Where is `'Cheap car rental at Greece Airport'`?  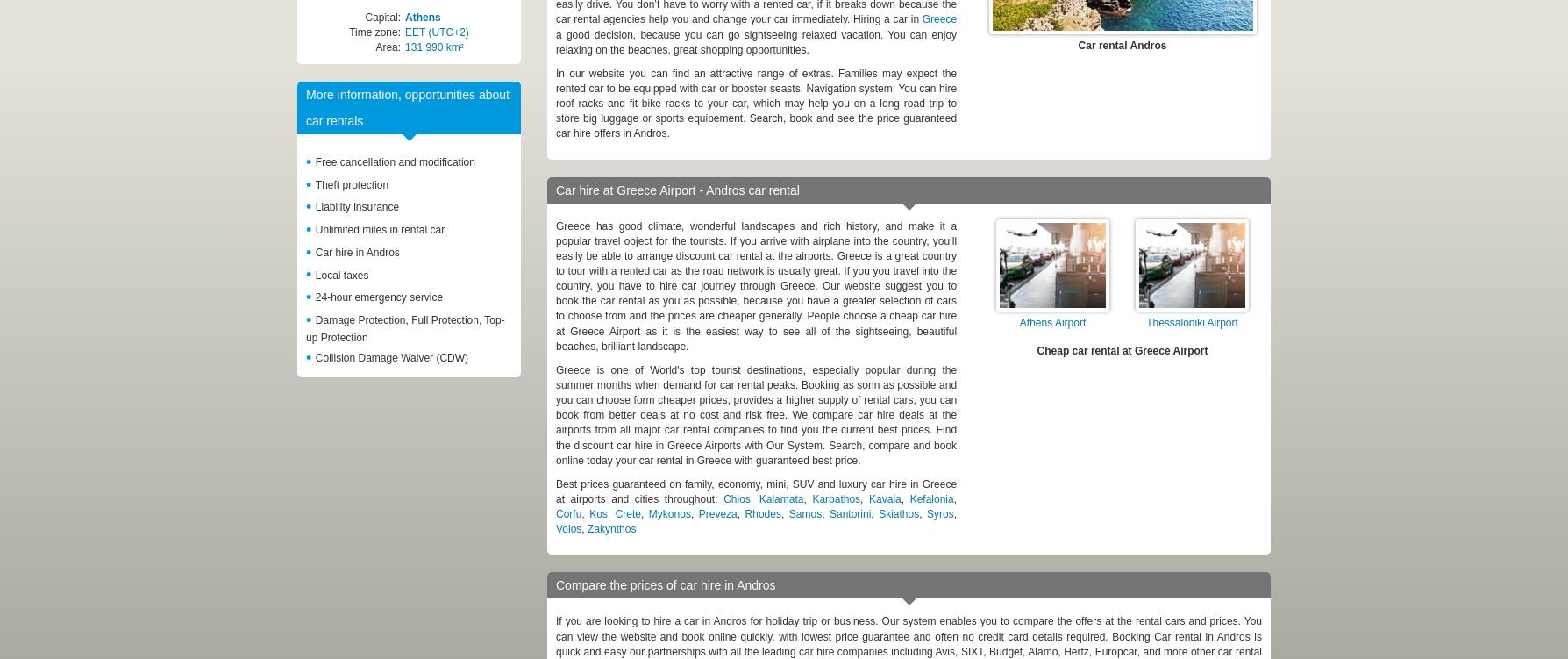 'Cheap car rental at Greece Airport' is located at coordinates (1121, 349).